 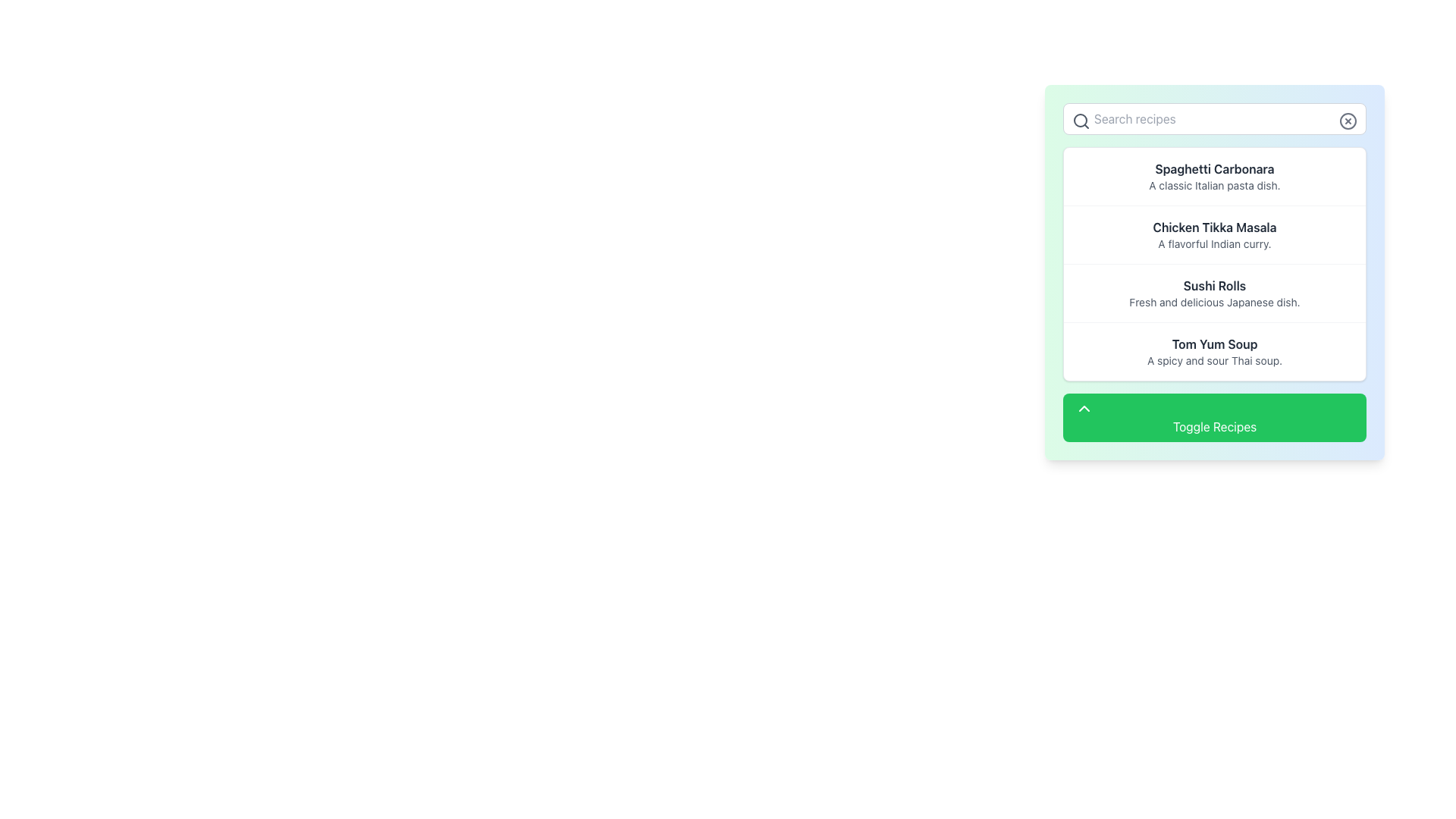 What do you see at coordinates (1348, 120) in the screenshot?
I see `the small circular close button represented by an 'X' inside a gray circle at the top-right corner of the search bar to clear the search input` at bounding box center [1348, 120].